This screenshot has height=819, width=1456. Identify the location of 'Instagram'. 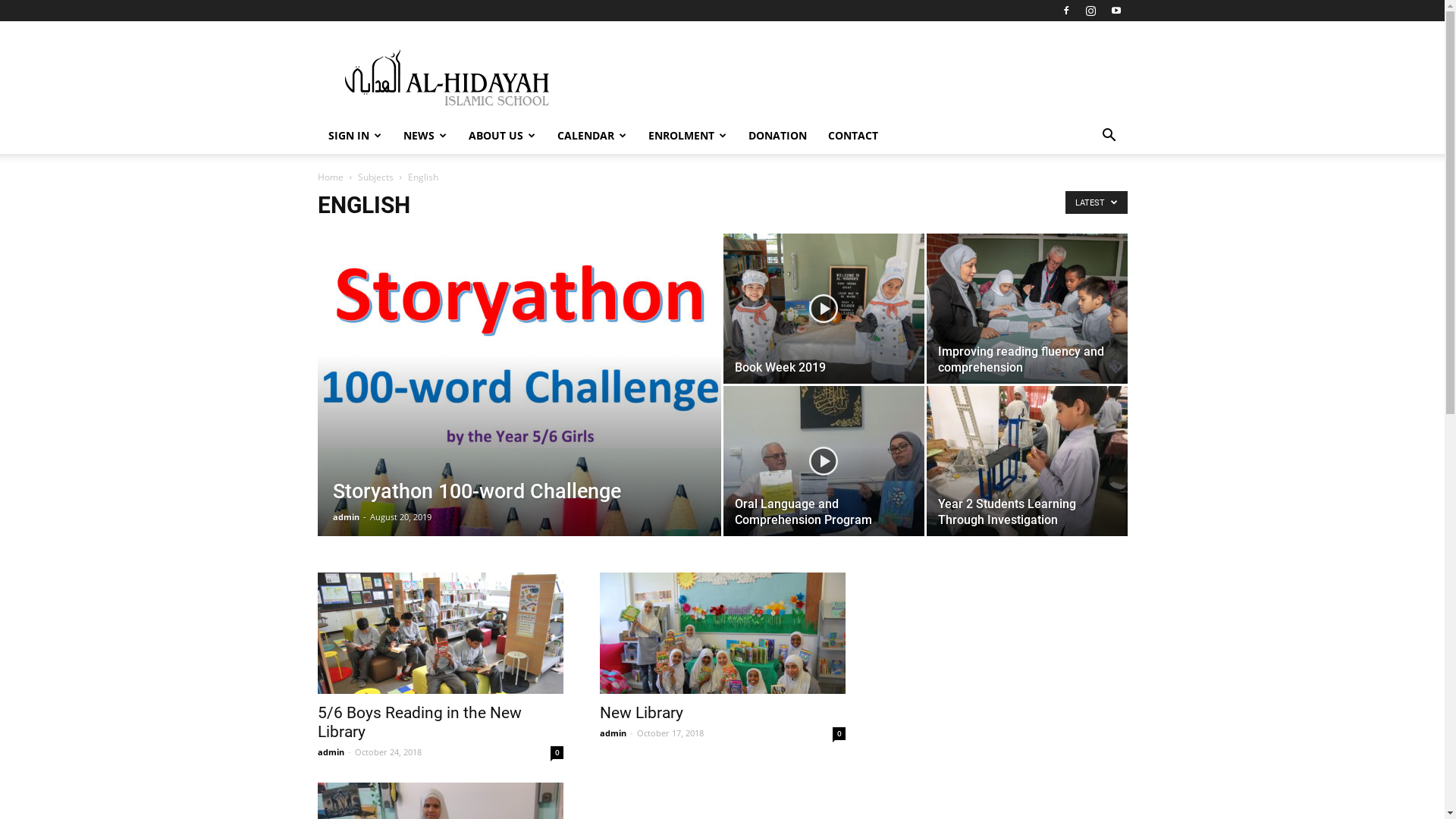
(1090, 11).